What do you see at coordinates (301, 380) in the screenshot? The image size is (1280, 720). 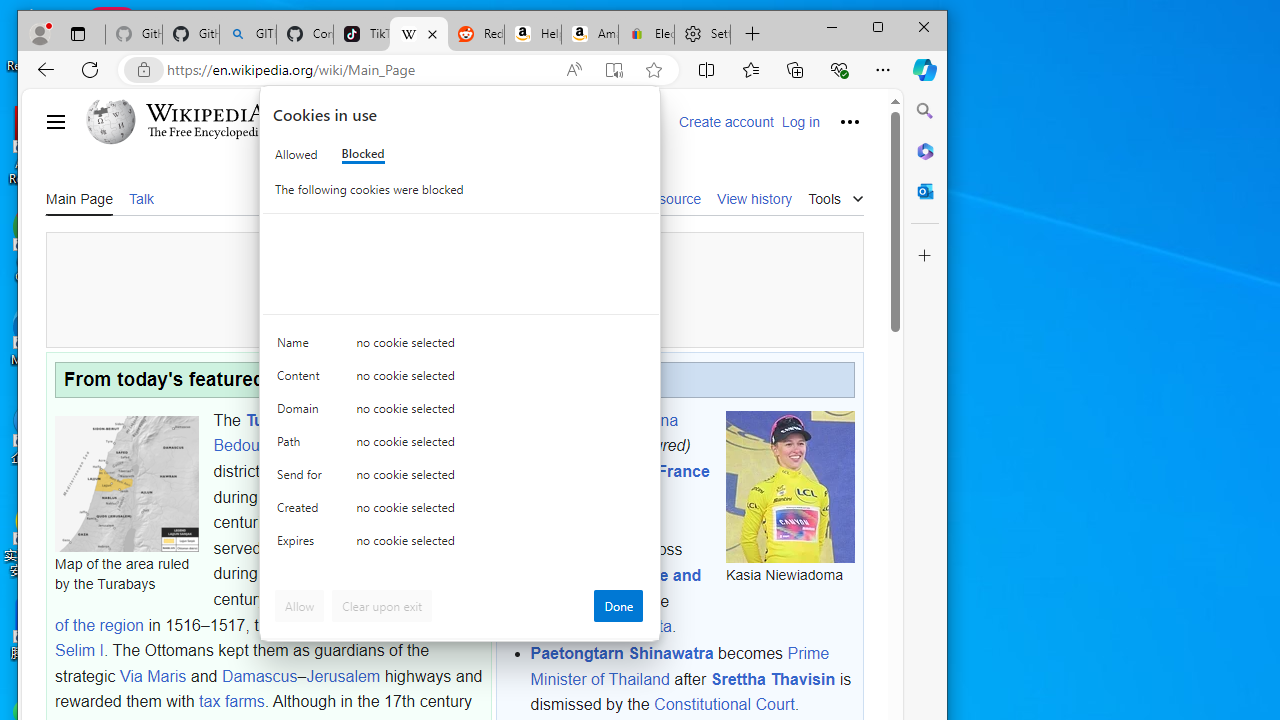 I see `'Content'` at bounding box center [301, 380].